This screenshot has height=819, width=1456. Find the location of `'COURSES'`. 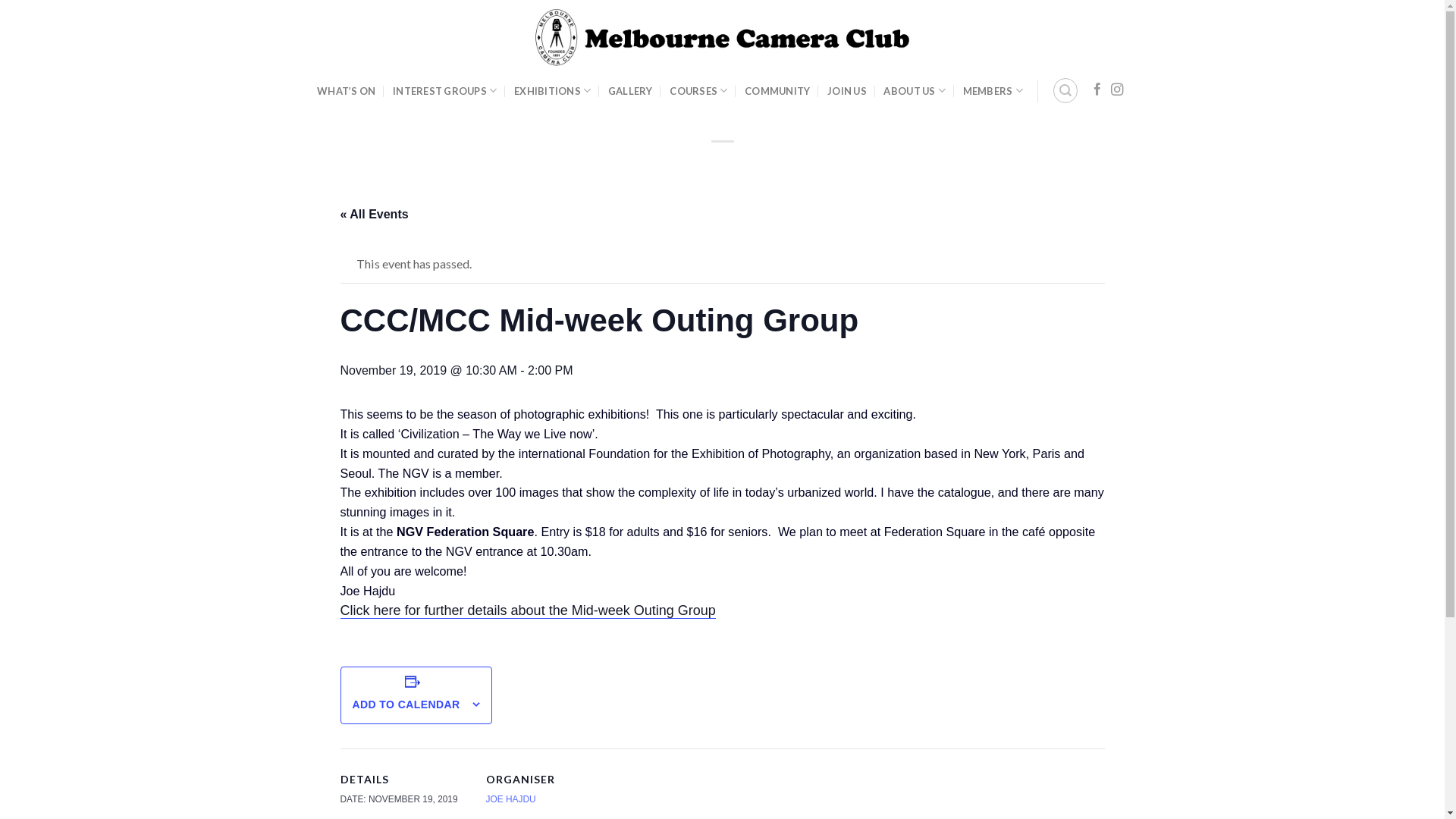

'COURSES' is located at coordinates (698, 90).